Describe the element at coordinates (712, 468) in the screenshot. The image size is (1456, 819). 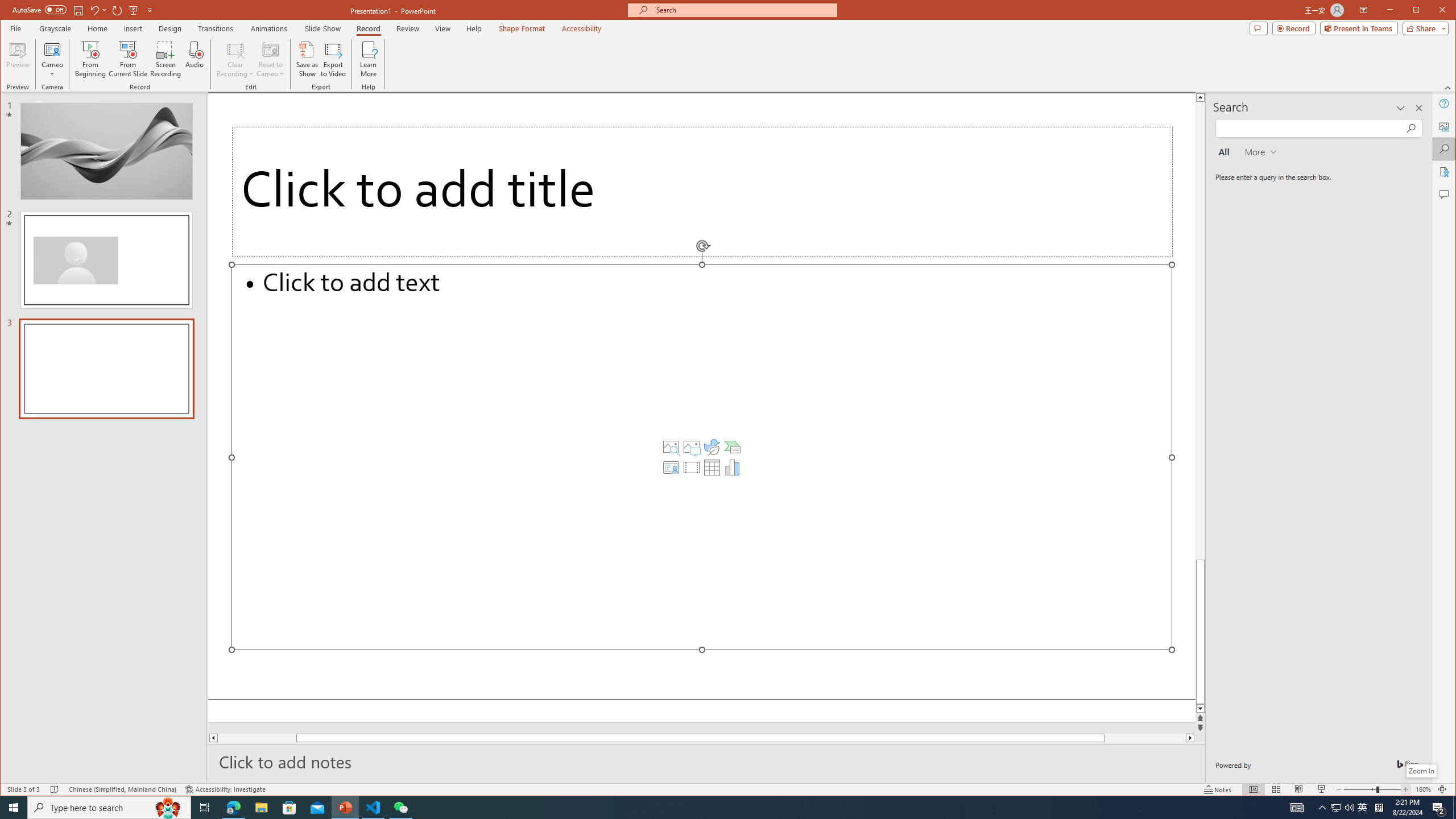
I see `'Insert Table'` at that location.